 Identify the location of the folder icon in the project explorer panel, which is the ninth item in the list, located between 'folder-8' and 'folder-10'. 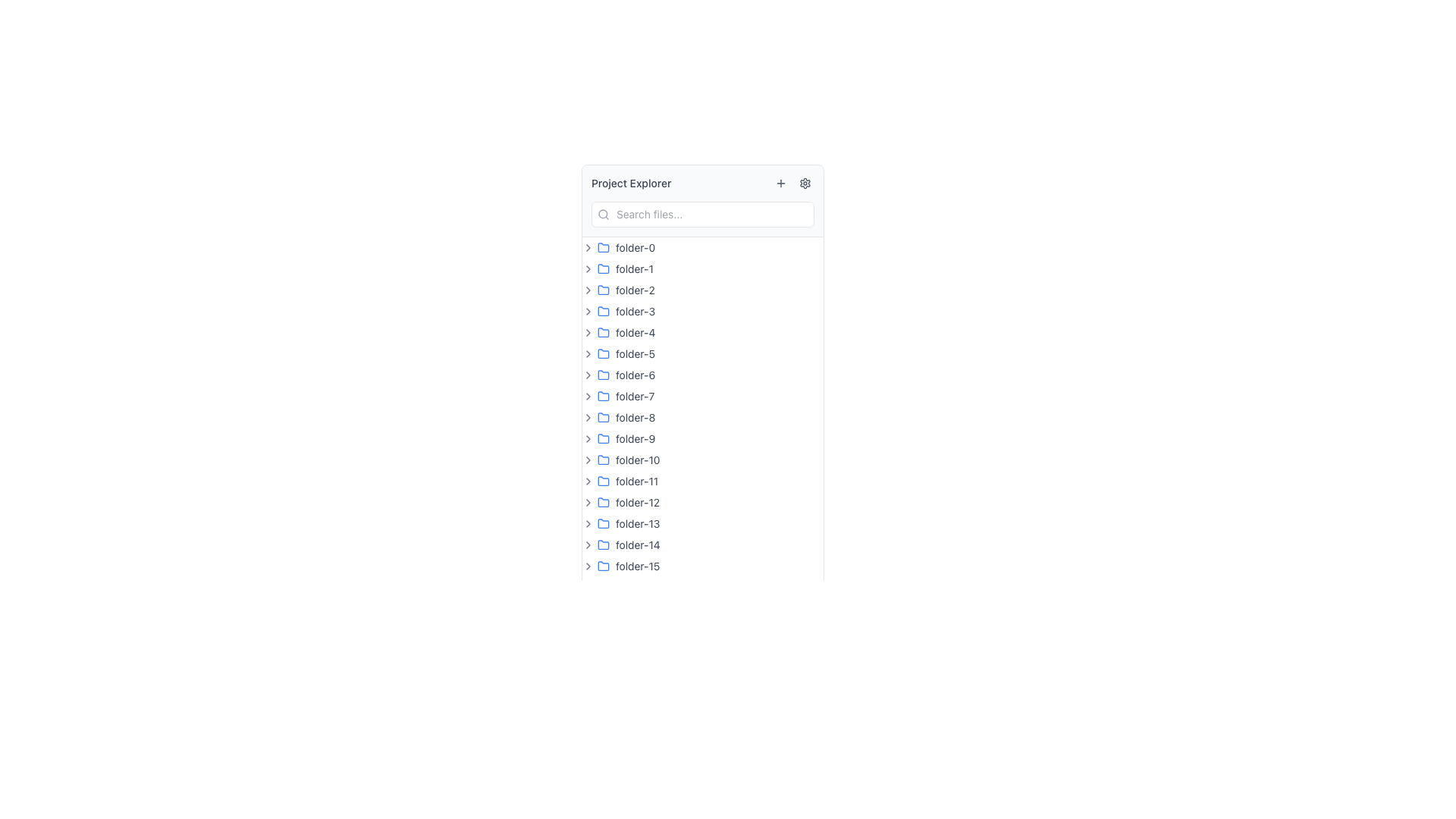
(603, 438).